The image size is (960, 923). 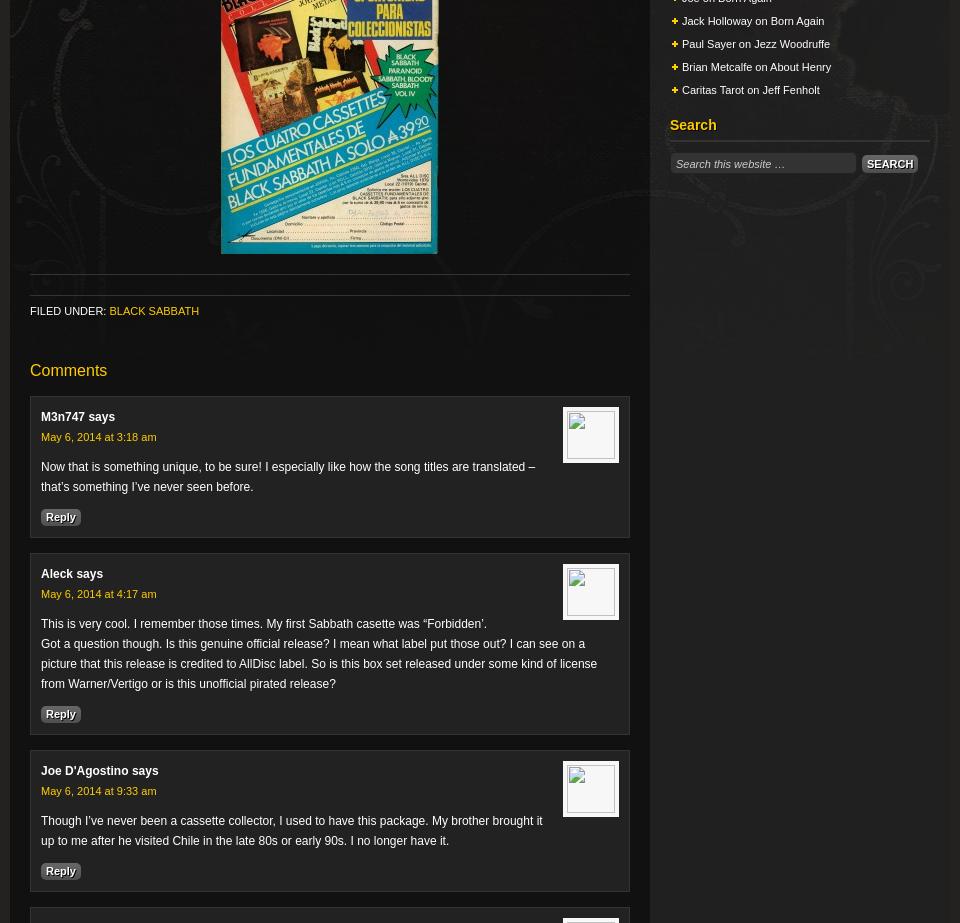 I want to click on 'May 6, 2014 at 9:33 am', so click(x=98, y=790).